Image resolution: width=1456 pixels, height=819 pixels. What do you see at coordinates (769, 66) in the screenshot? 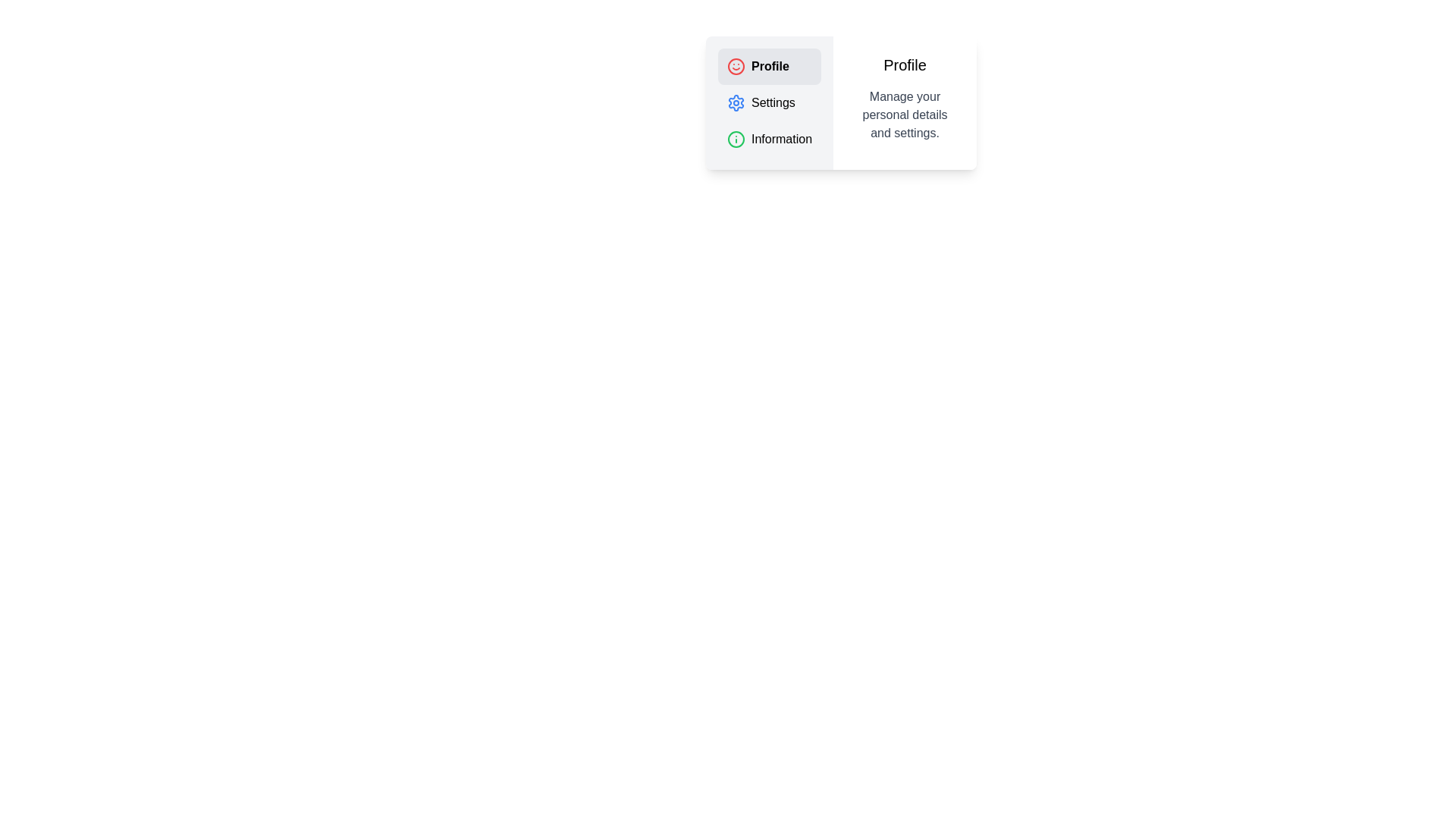
I see `the tab labeled 'Profile' to view its content` at bounding box center [769, 66].